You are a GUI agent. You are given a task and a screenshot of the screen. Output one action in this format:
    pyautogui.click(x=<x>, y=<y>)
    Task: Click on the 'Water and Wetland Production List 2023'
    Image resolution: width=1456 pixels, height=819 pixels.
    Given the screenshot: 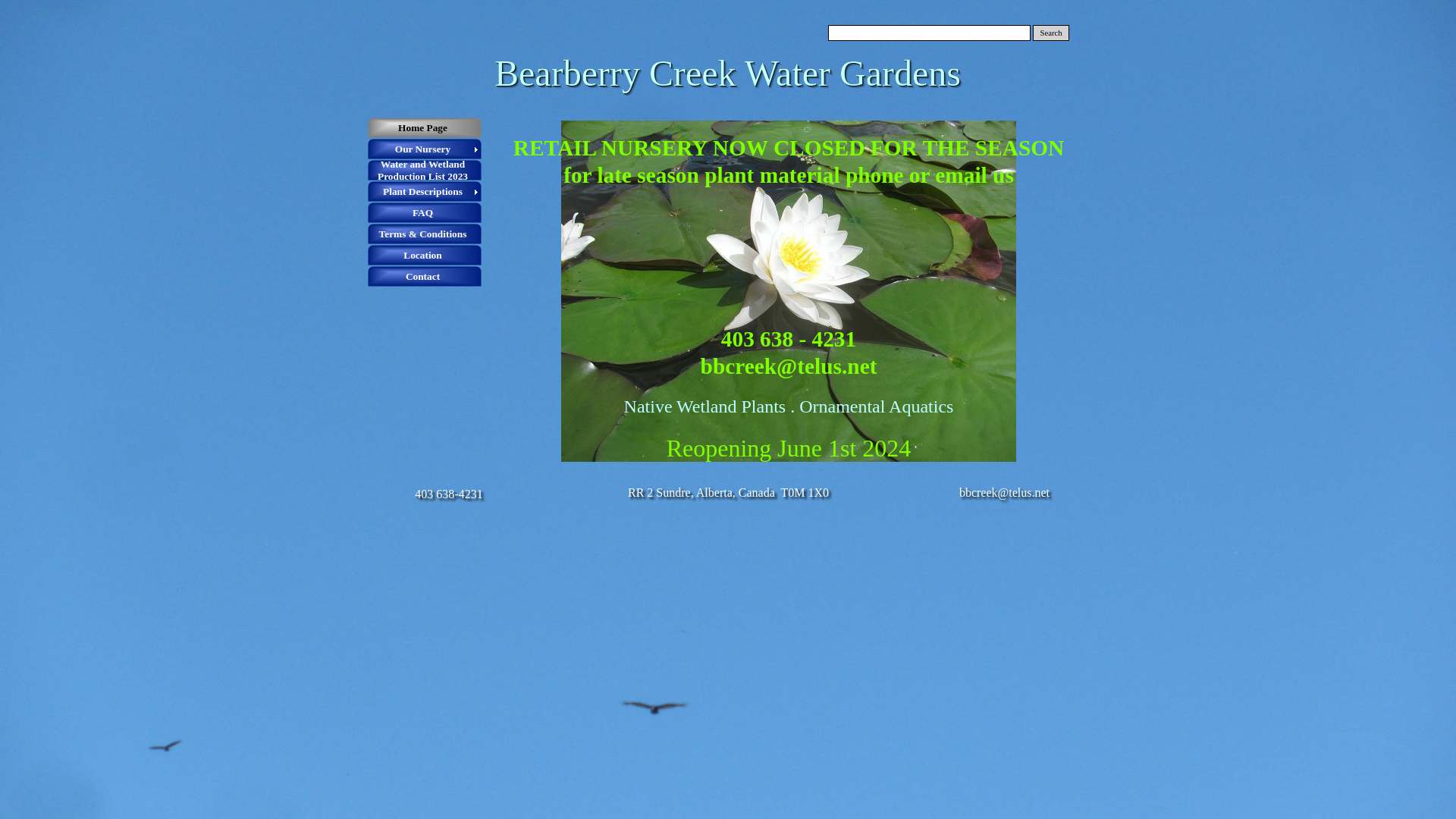 What is the action you would take?
    pyautogui.click(x=425, y=170)
    